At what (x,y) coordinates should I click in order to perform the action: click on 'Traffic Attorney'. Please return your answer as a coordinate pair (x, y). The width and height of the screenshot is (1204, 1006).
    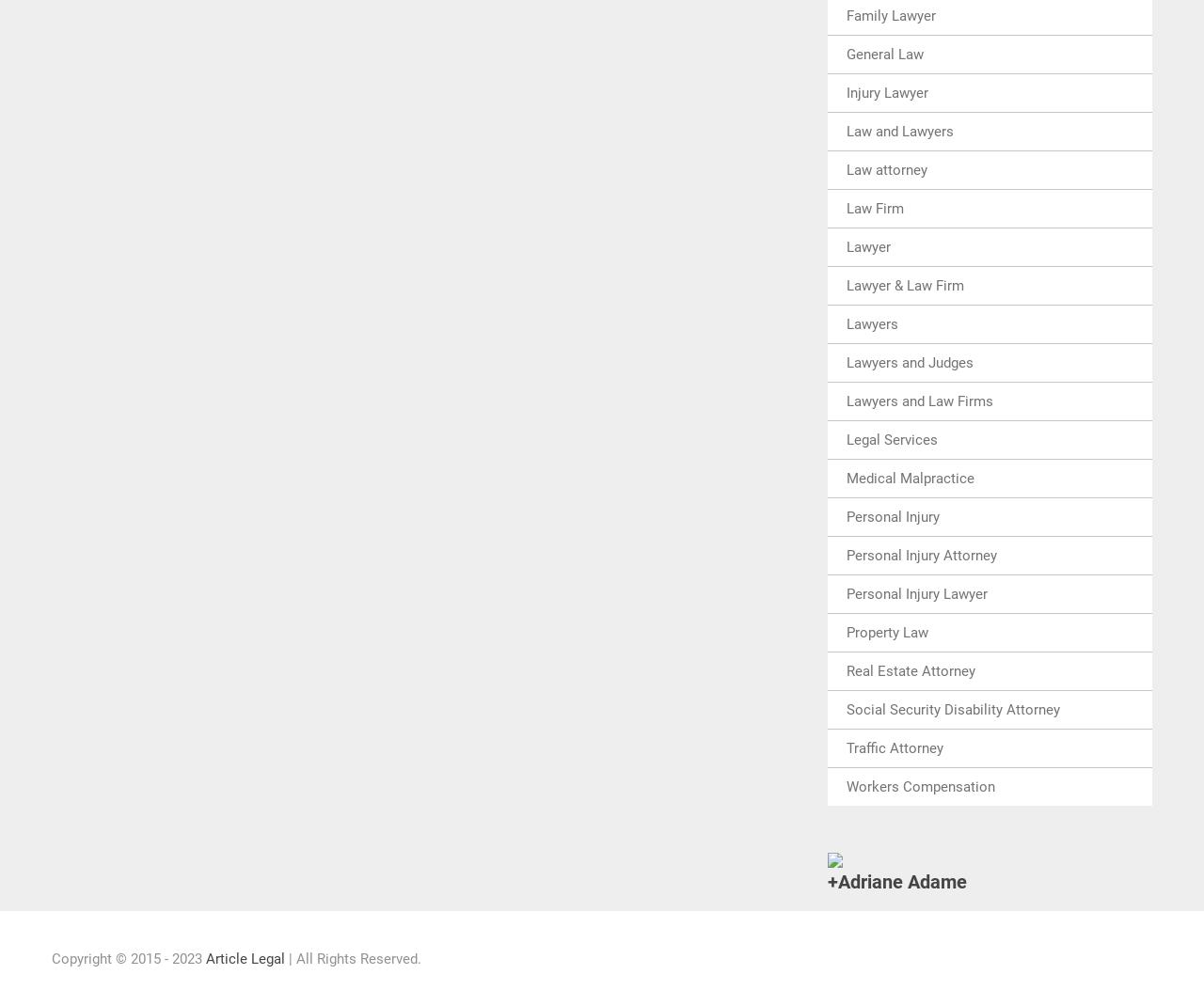
    Looking at the image, I should click on (894, 747).